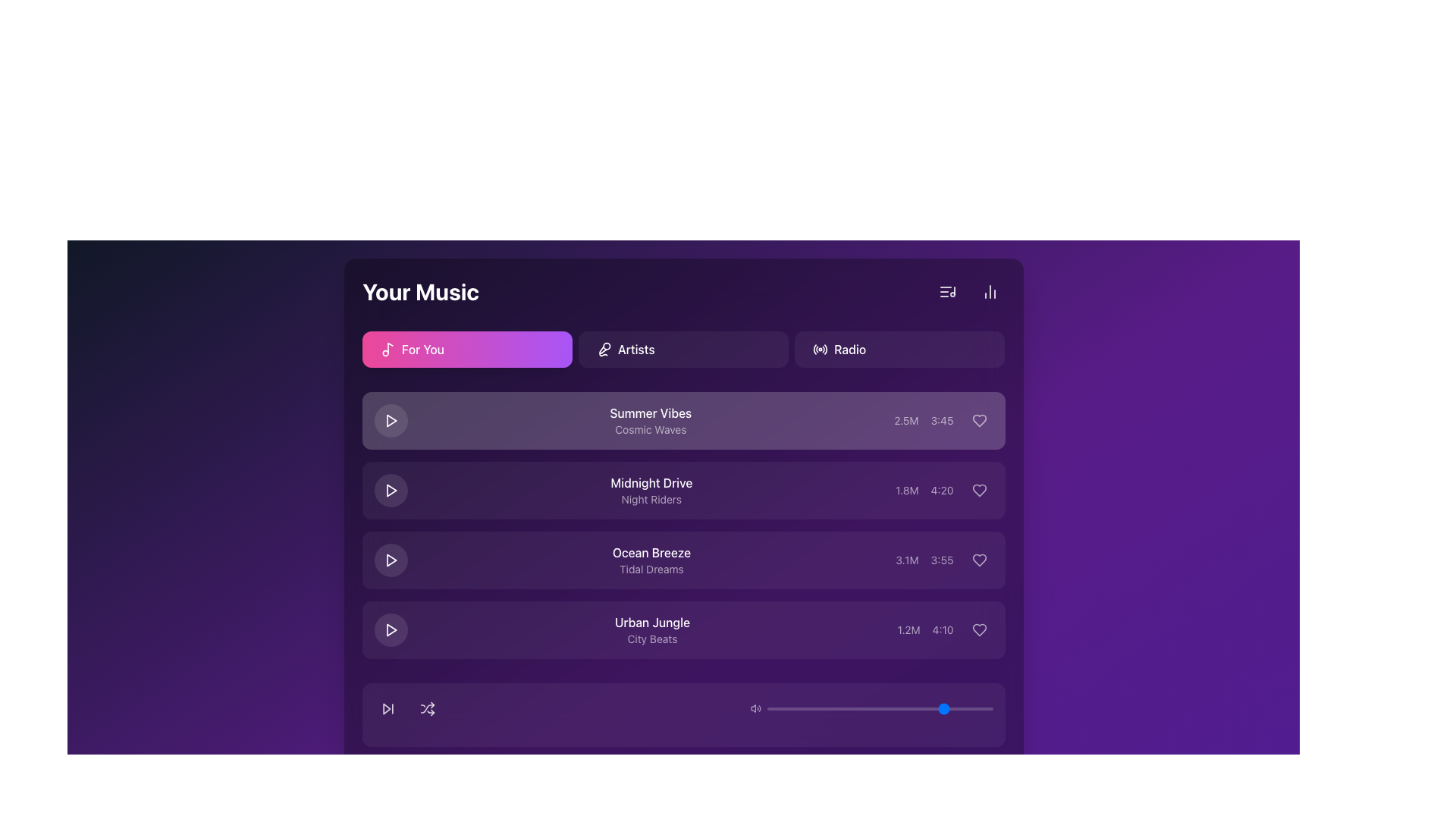  What do you see at coordinates (682, 350) in the screenshot?
I see `the second button in the horizontal row of buttons under the 'Your Music' header` at bounding box center [682, 350].